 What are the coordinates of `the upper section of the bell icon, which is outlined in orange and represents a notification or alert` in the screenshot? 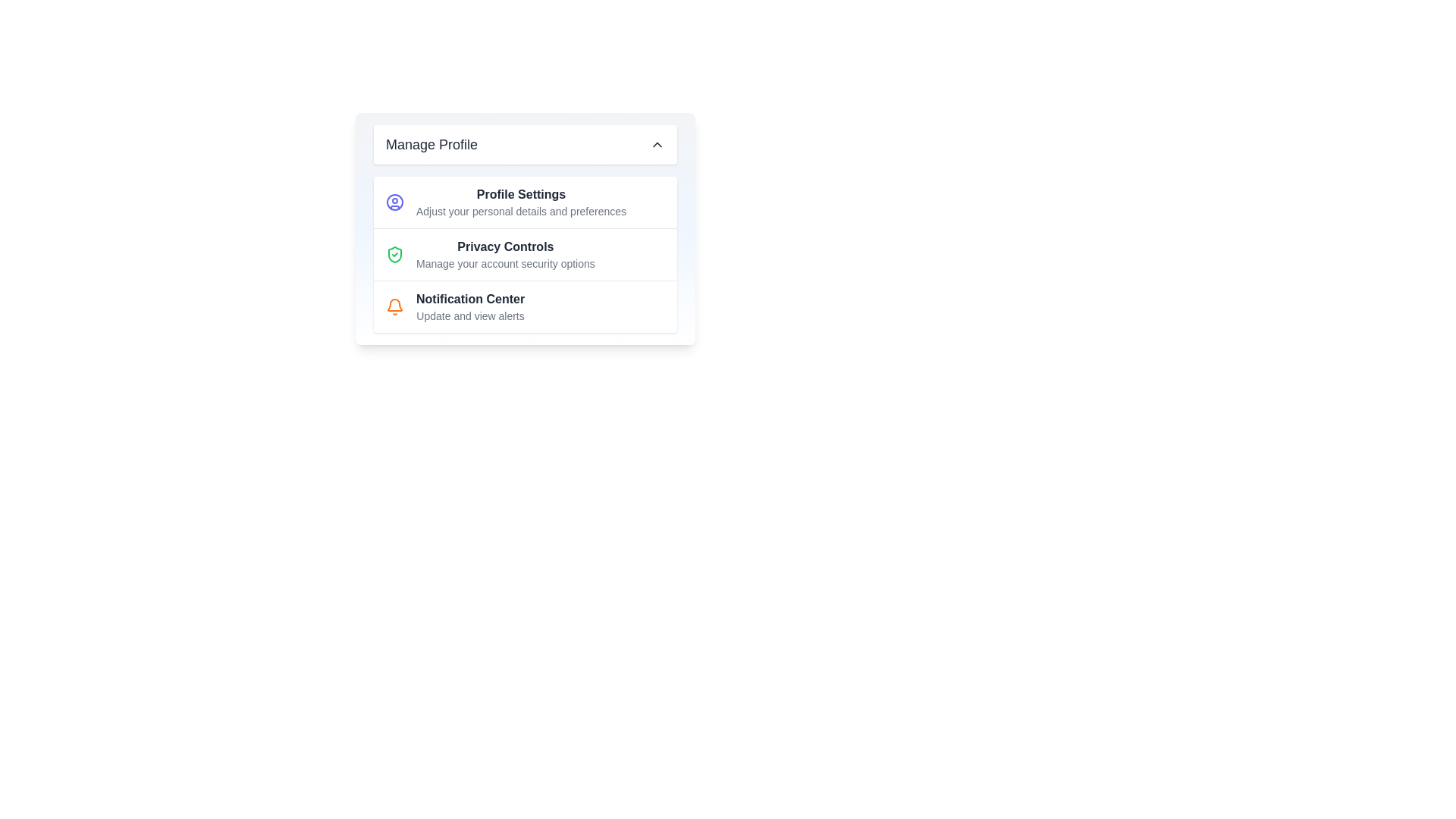 It's located at (395, 305).